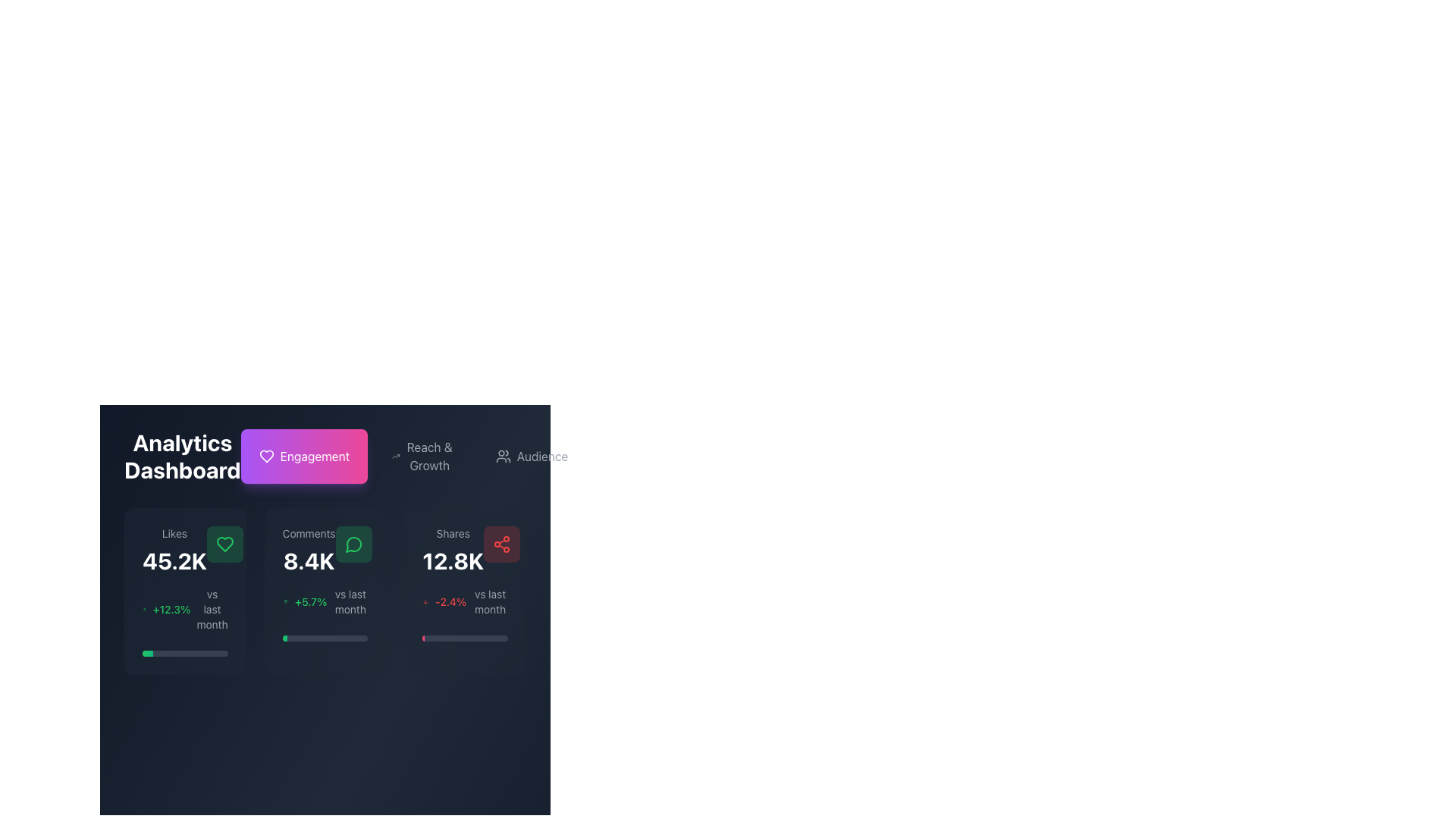 The image size is (1456, 819). What do you see at coordinates (308, 561) in the screenshot?
I see `displayed value '8.4K' from the prominent numeric text label located in the 'Comments' section of the analytics dashboard` at bounding box center [308, 561].